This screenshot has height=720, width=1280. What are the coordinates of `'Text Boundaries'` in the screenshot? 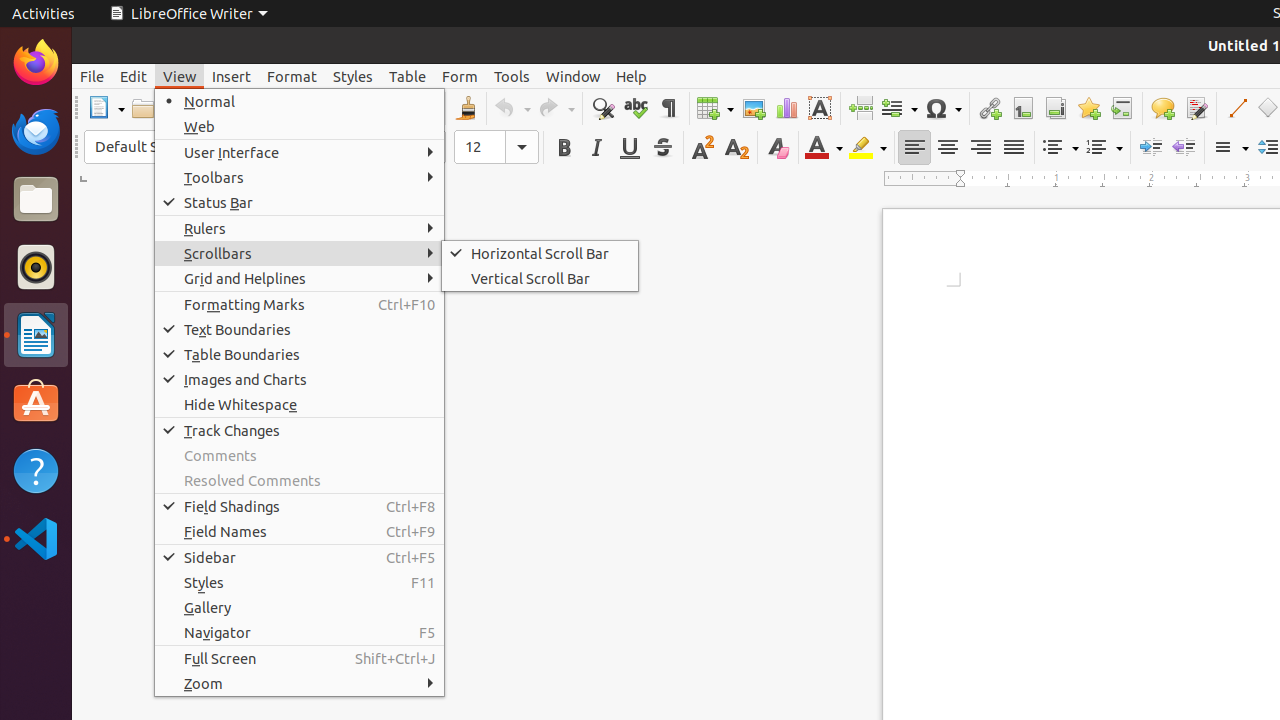 It's located at (298, 328).